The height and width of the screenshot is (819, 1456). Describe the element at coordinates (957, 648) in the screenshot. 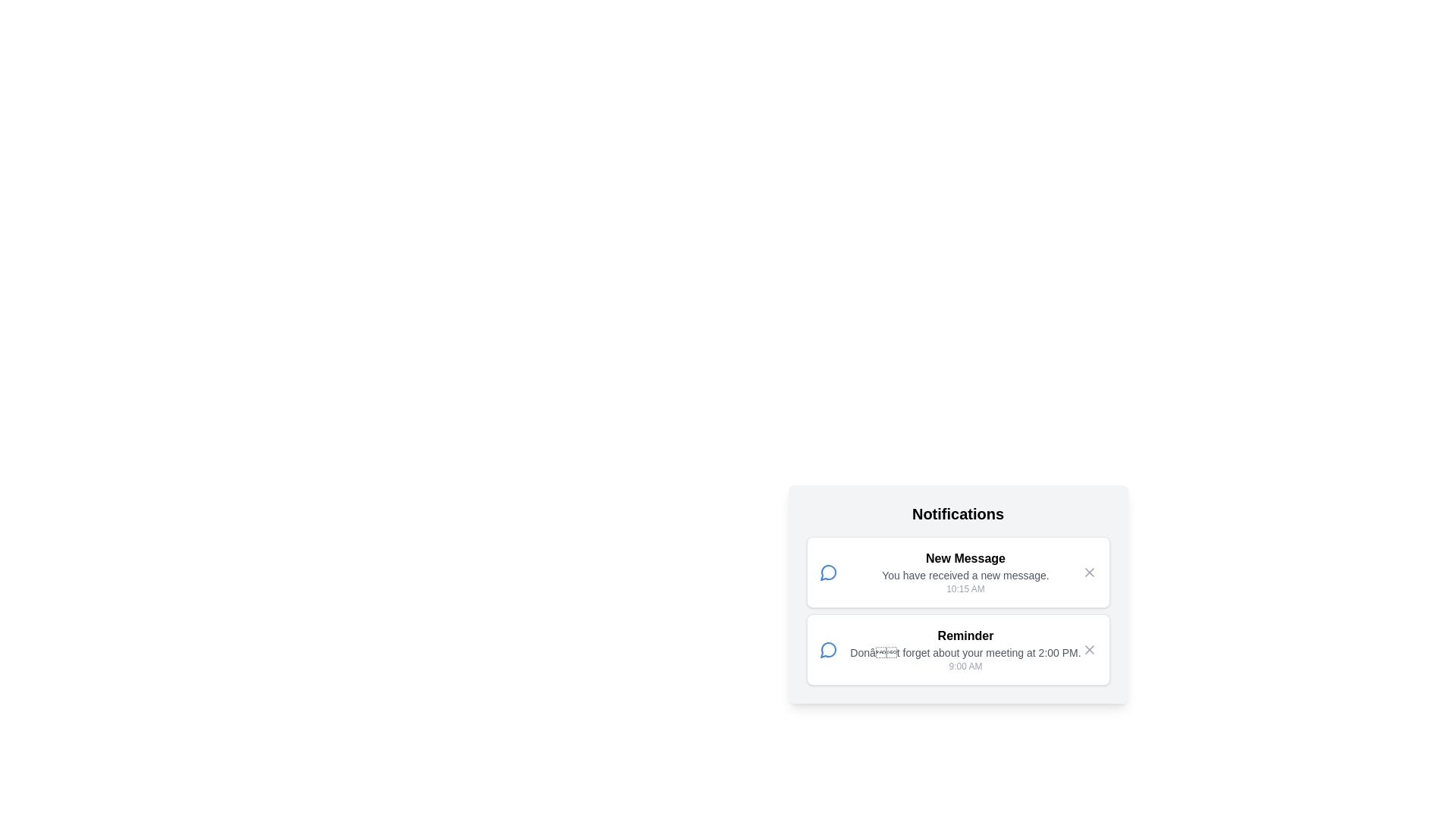

I see `the content of a notification by selecting the notification with title Reminder` at that location.